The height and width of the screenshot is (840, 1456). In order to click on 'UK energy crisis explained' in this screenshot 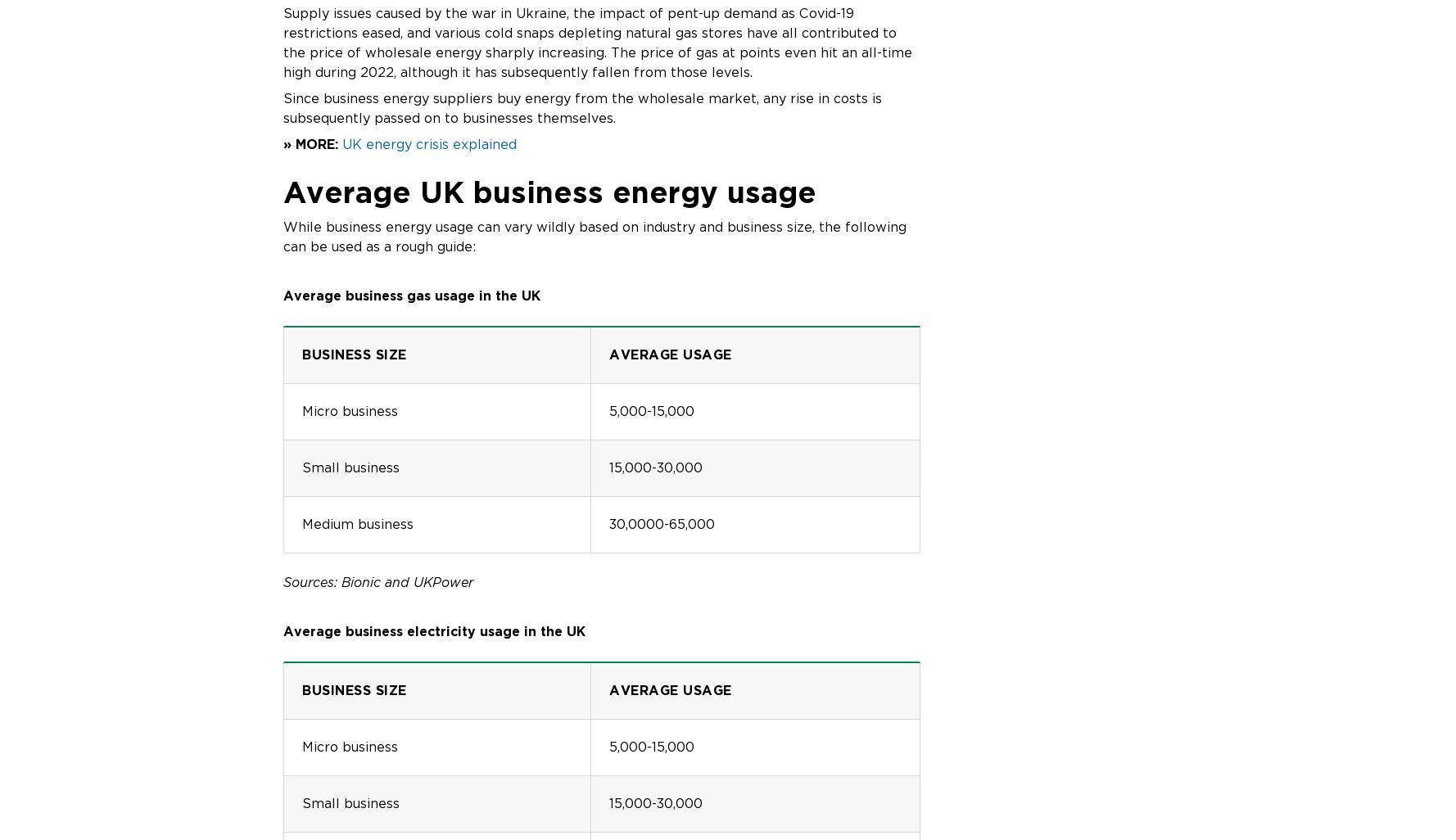, I will do `click(342, 142)`.